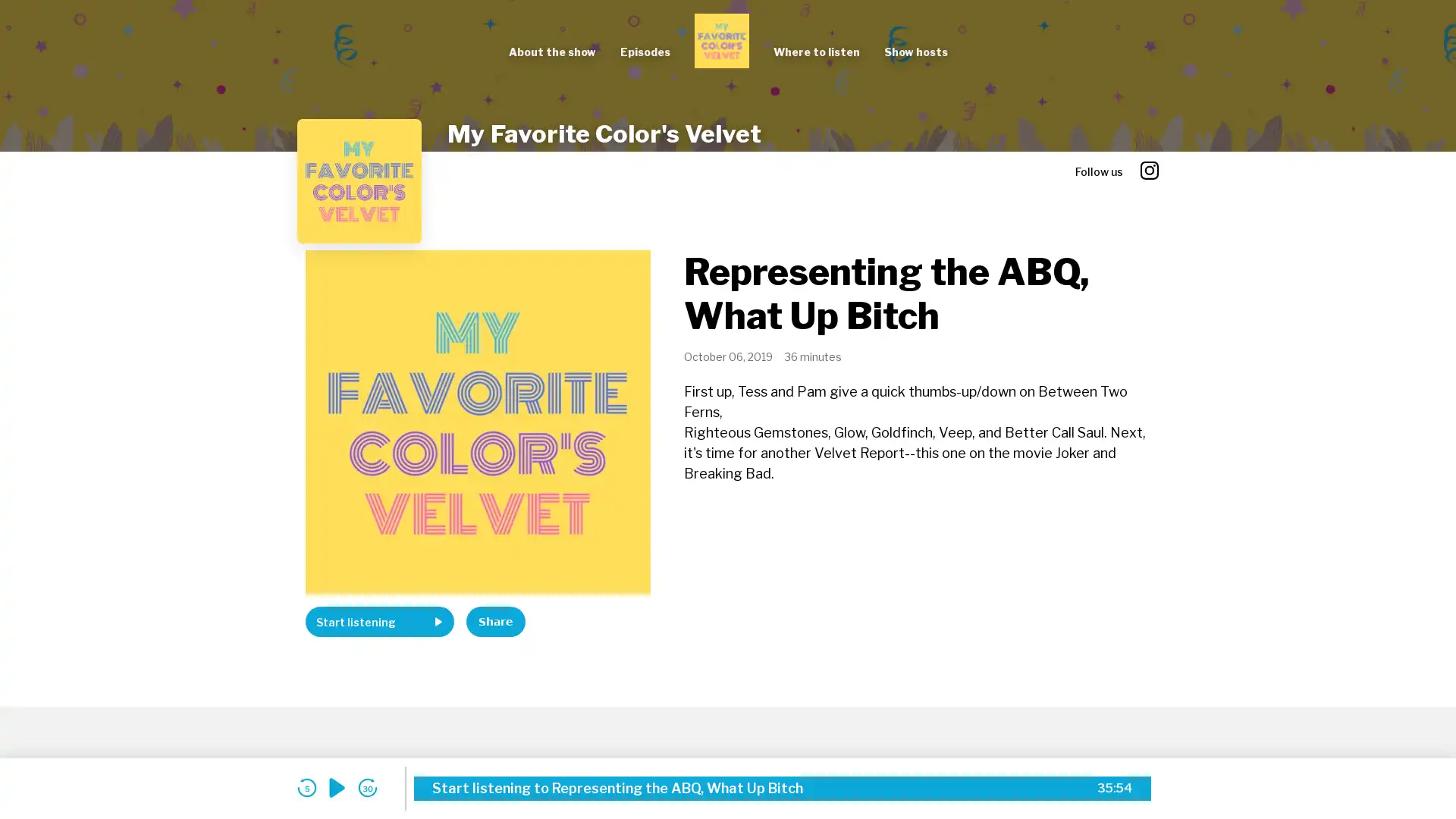  What do you see at coordinates (306, 787) in the screenshot?
I see `skip back 5 seconds` at bounding box center [306, 787].